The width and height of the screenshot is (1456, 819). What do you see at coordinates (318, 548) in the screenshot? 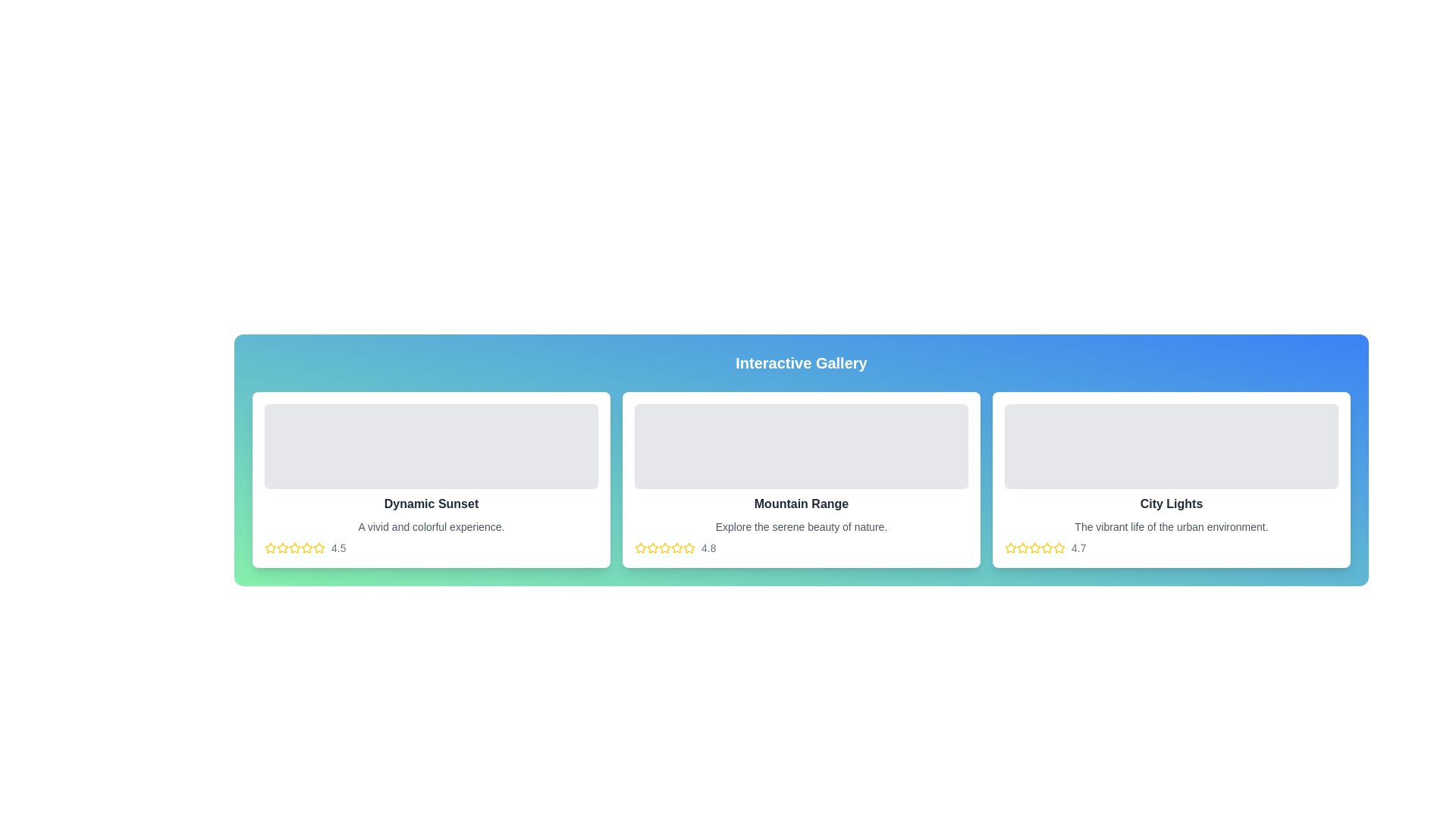
I see `the fifth yellow star icon in the rating system below the title 'Dynamic Sunset'` at bounding box center [318, 548].